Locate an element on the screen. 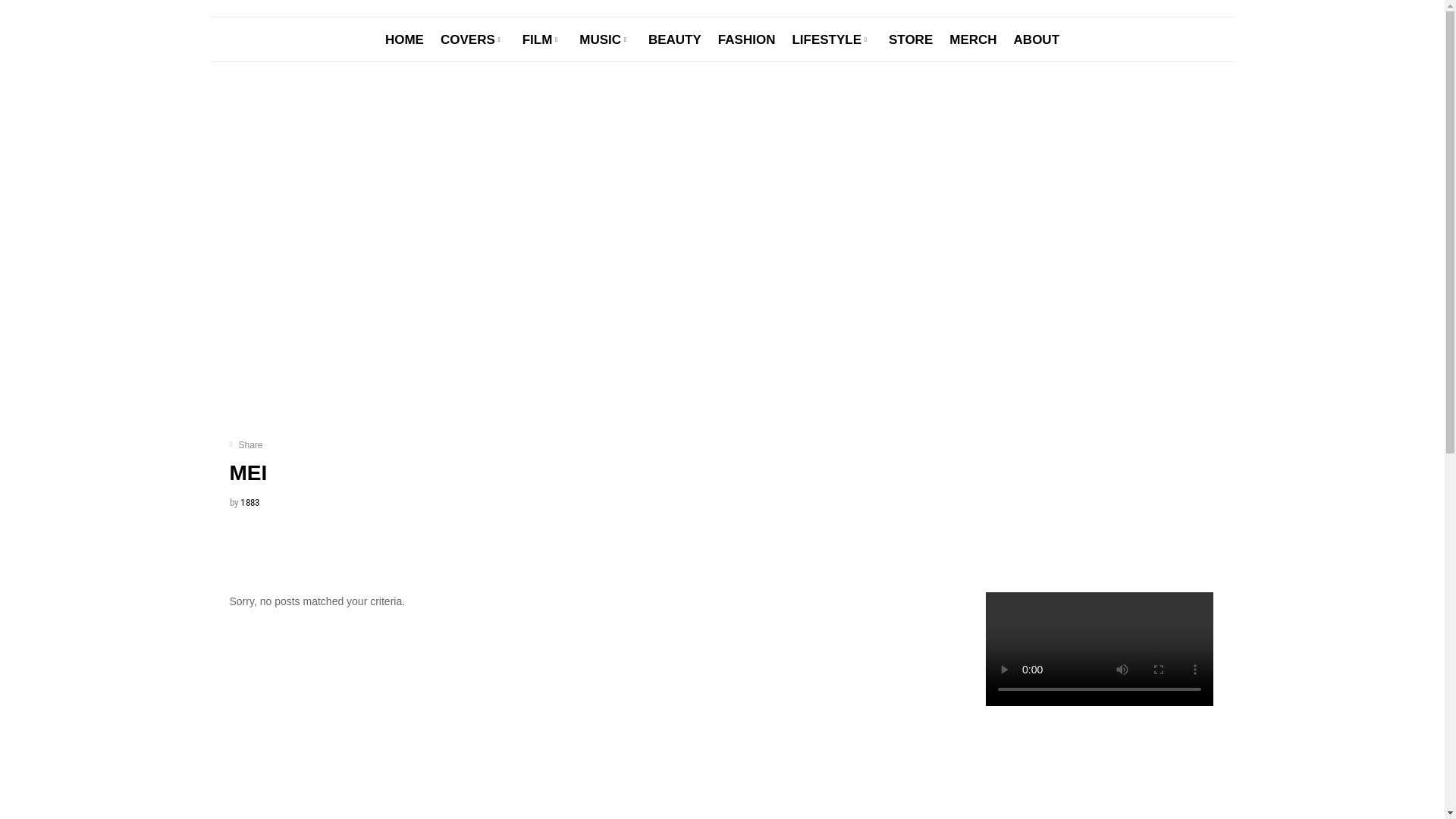 Image resolution: width=1456 pixels, height=819 pixels. 'HOME' is located at coordinates (404, 38).